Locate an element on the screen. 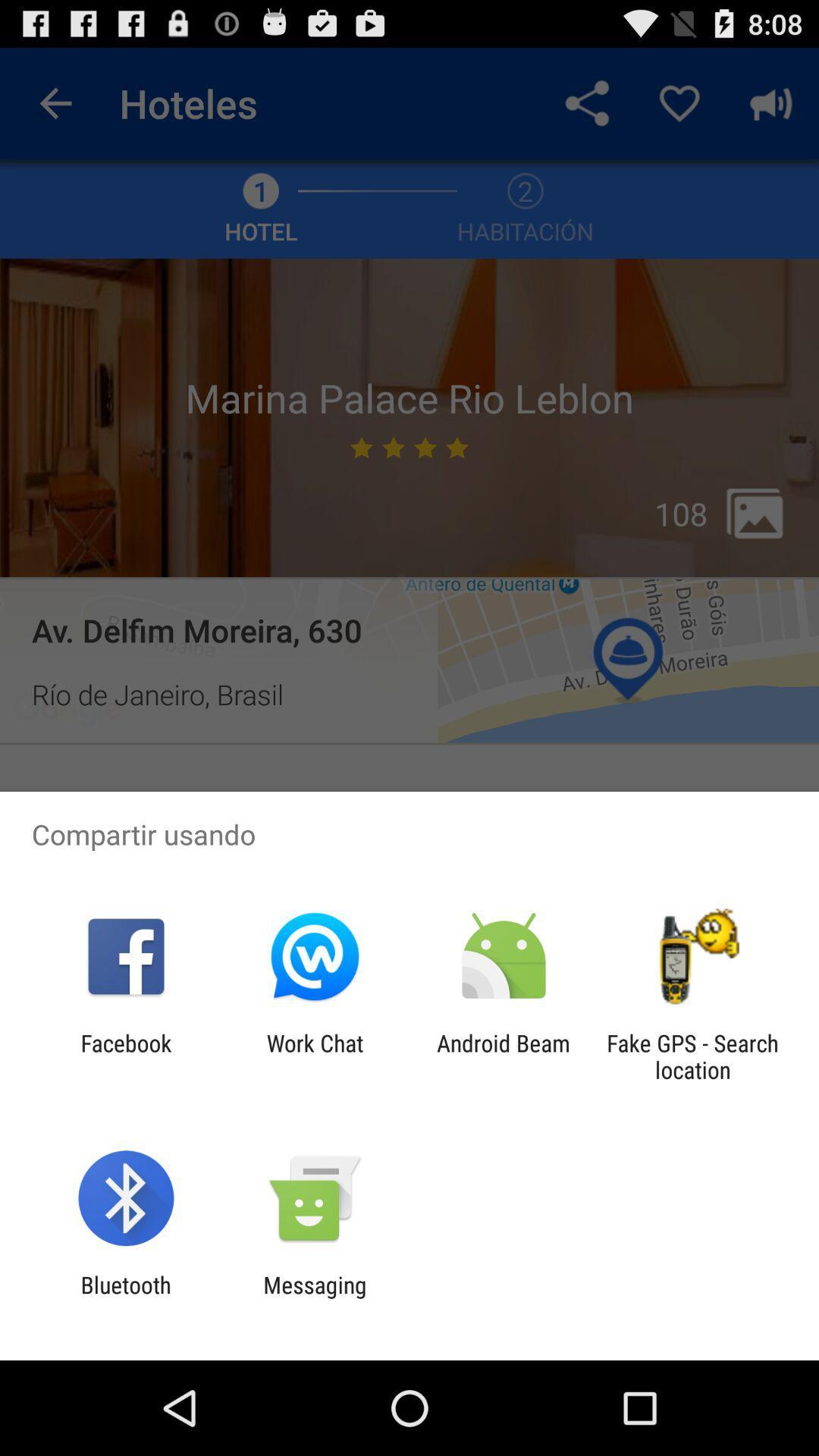 This screenshot has height=1456, width=819. app next to work chat icon is located at coordinates (125, 1056).